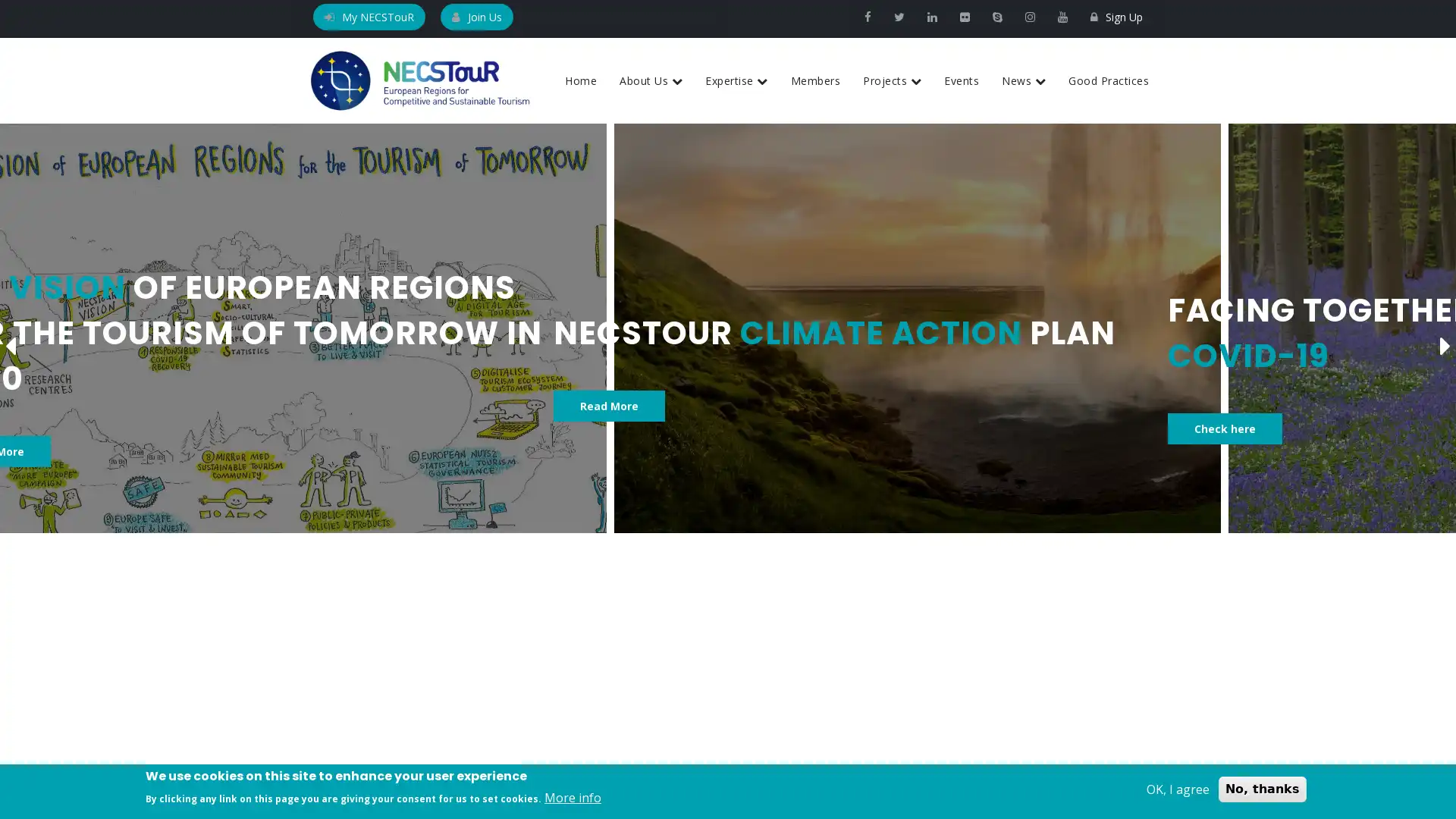 This screenshot has width=1456, height=819. What do you see at coordinates (572, 797) in the screenshot?
I see `More info` at bounding box center [572, 797].